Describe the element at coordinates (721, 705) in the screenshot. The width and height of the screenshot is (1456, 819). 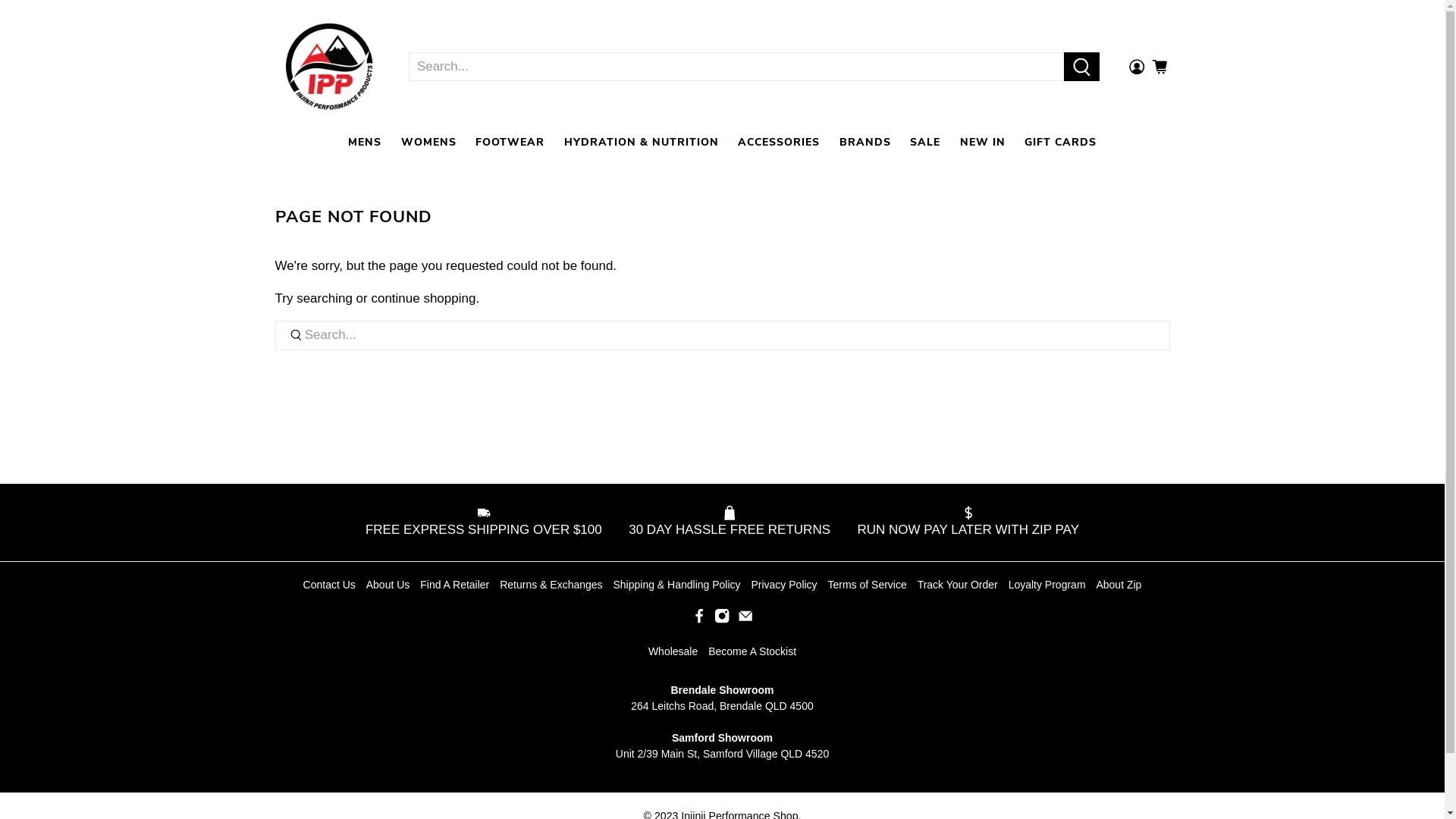
I see `'264 Leitchs Road, Brendale QLD 4500'` at that location.